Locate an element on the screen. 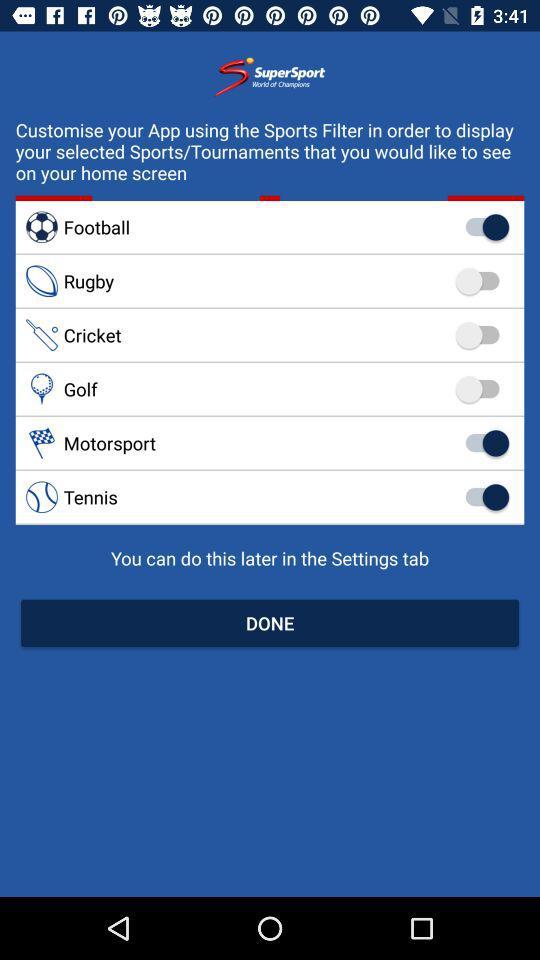  the golf is located at coordinates (270, 388).